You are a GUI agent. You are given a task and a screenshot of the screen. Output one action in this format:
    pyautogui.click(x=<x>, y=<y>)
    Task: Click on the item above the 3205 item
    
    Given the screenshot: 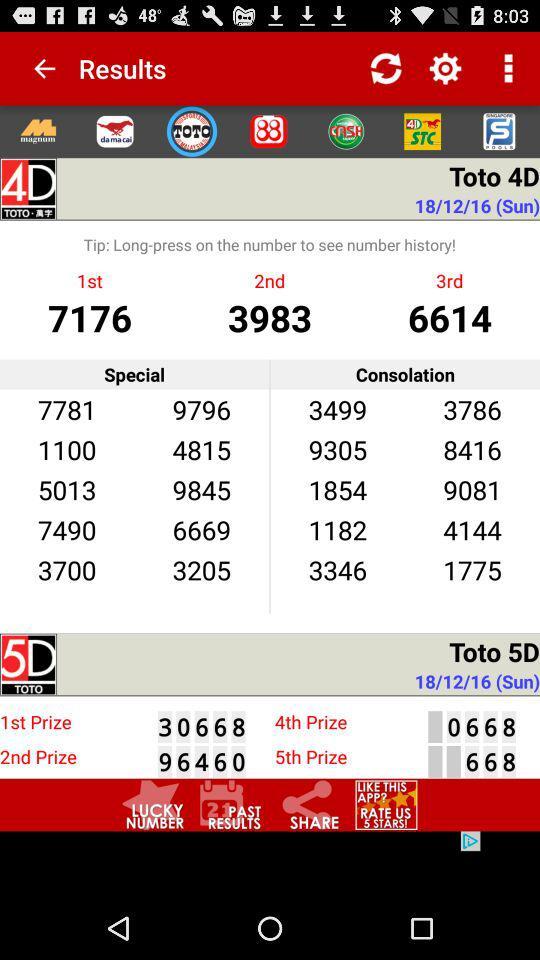 What is the action you would take?
    pyautogui.click(x=201, y=528)
    